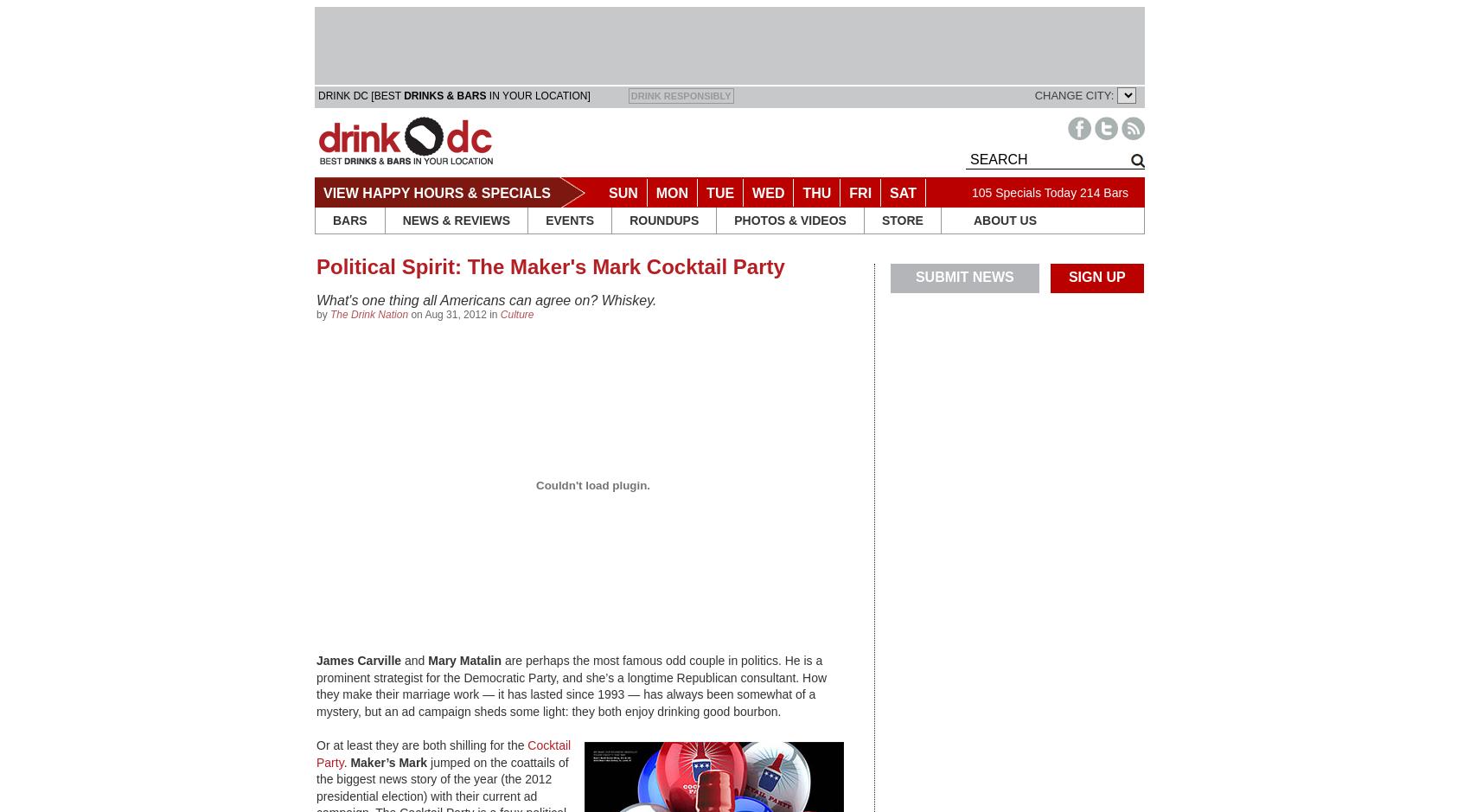  What do you see at coordinates (456, 220) in the screenshot?
I see `'NEWS & REVIEWS'` at bounding box center [456, 220].